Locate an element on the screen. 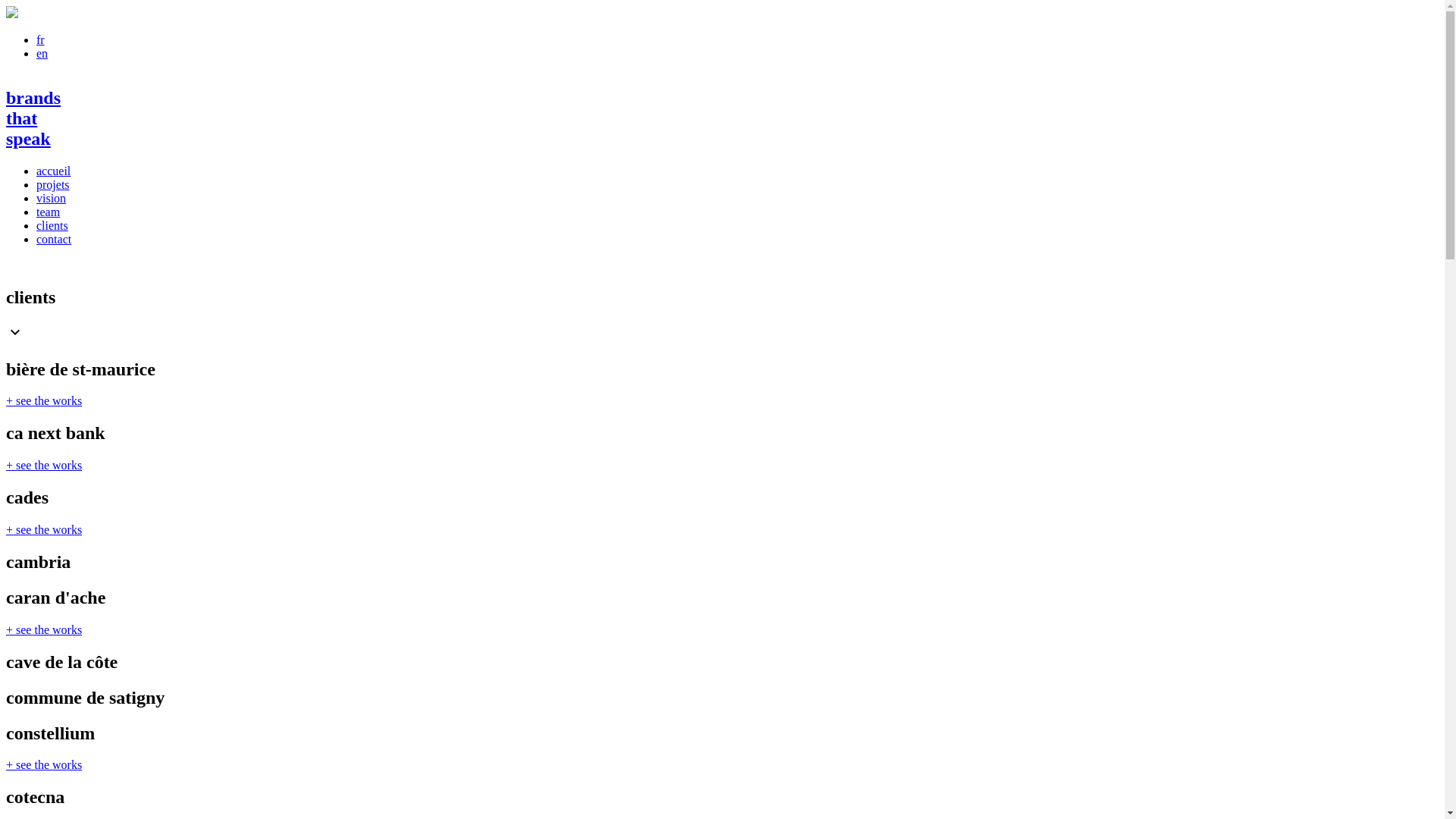  'en' is located at coordinates (42, 52).